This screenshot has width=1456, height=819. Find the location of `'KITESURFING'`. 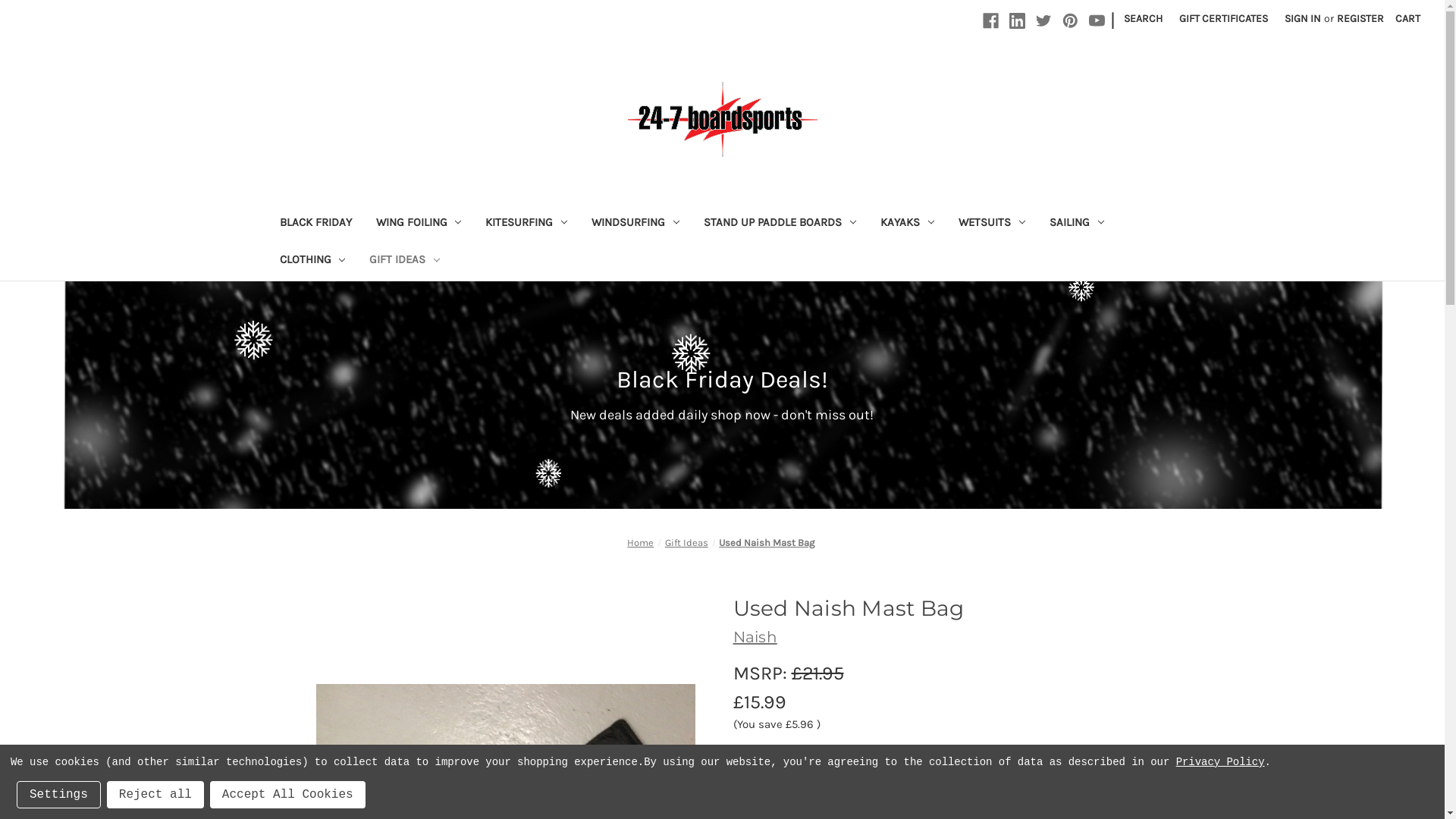

'KITESURFING' is located at coordinates (472, 224).